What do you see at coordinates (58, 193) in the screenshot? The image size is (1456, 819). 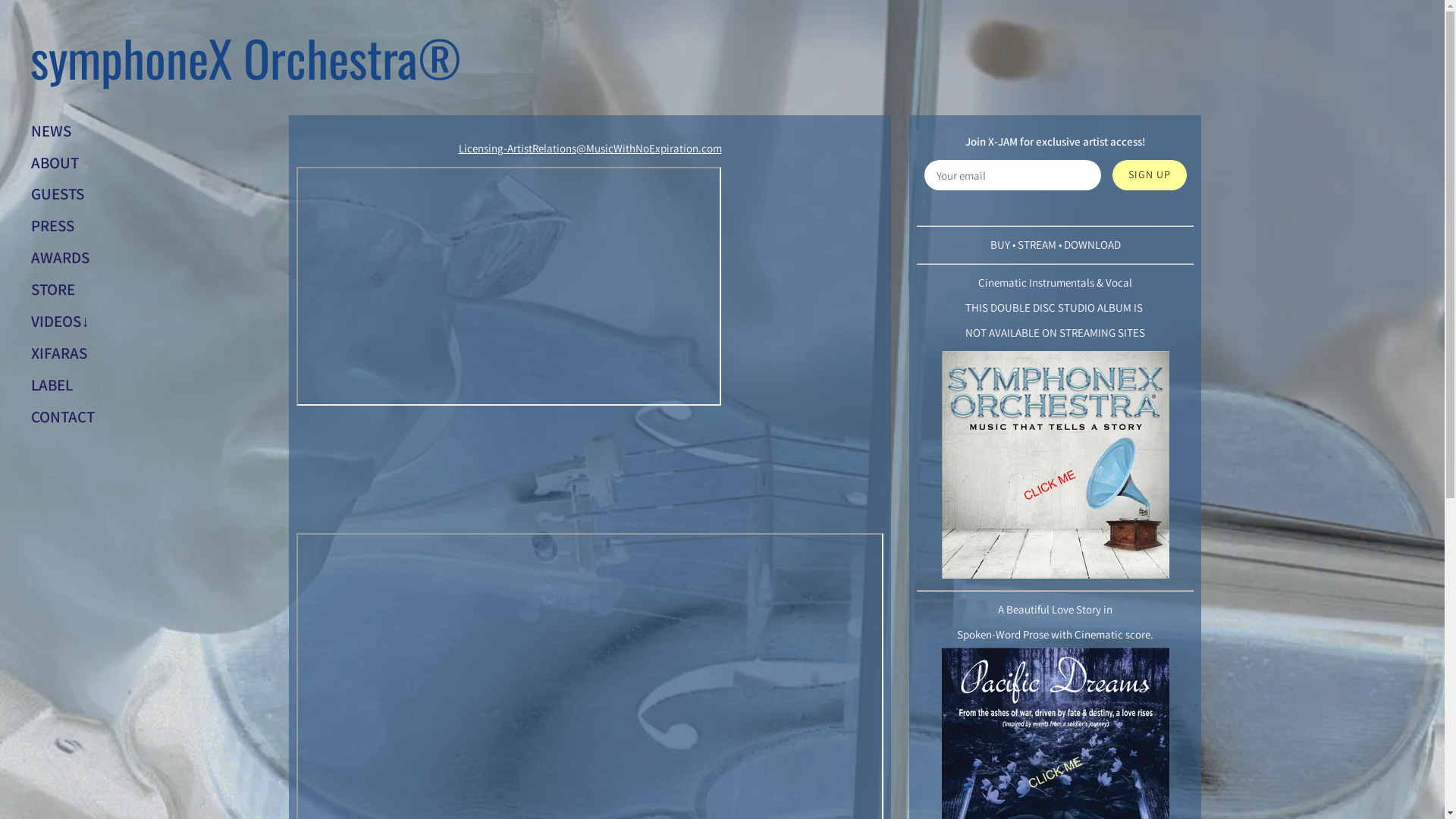 I see `'GUESTS'` at bounding box center [58, 193].